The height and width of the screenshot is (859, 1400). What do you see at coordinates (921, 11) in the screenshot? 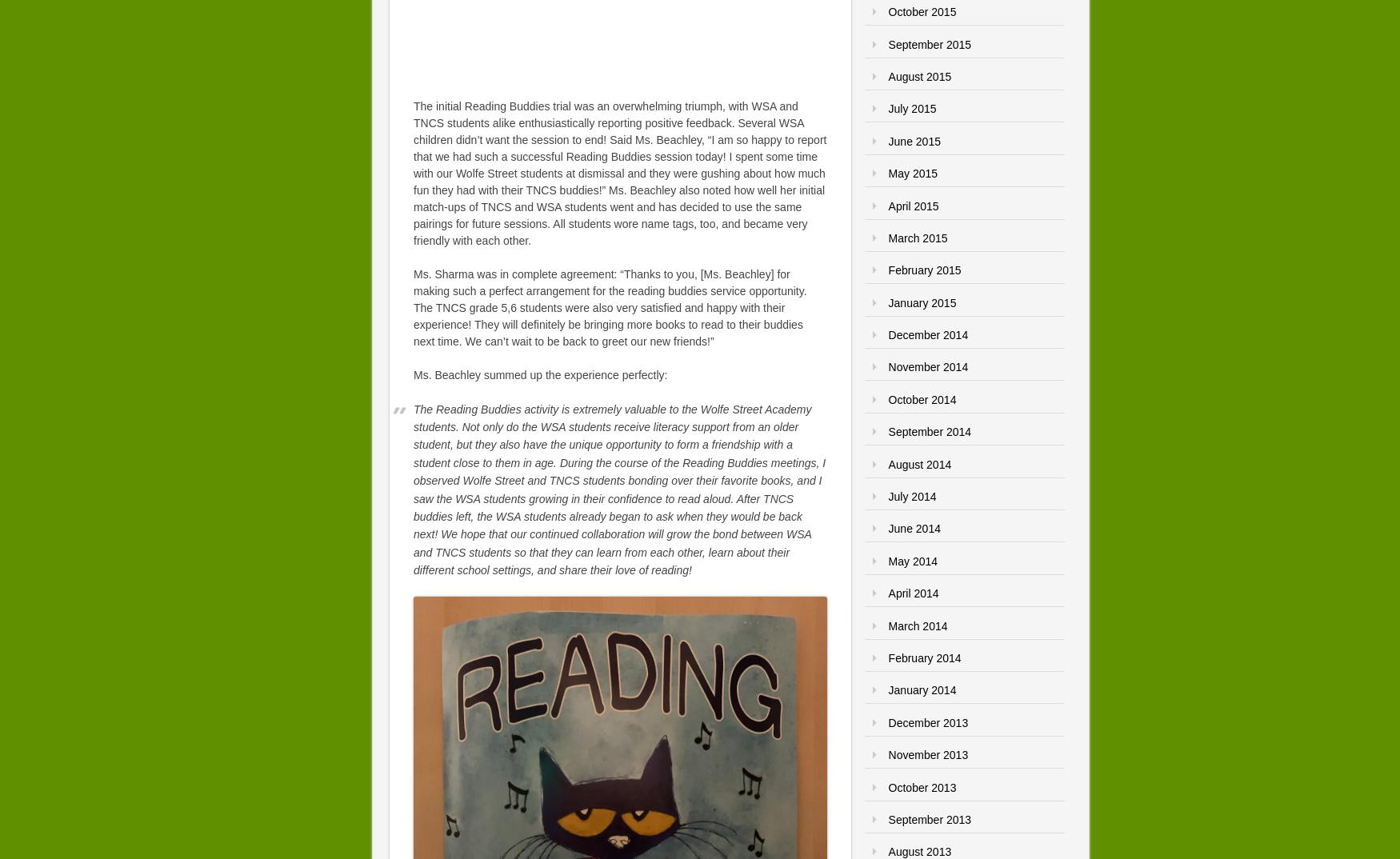
I see `'October 2015'` at bounding box center [921, 11].